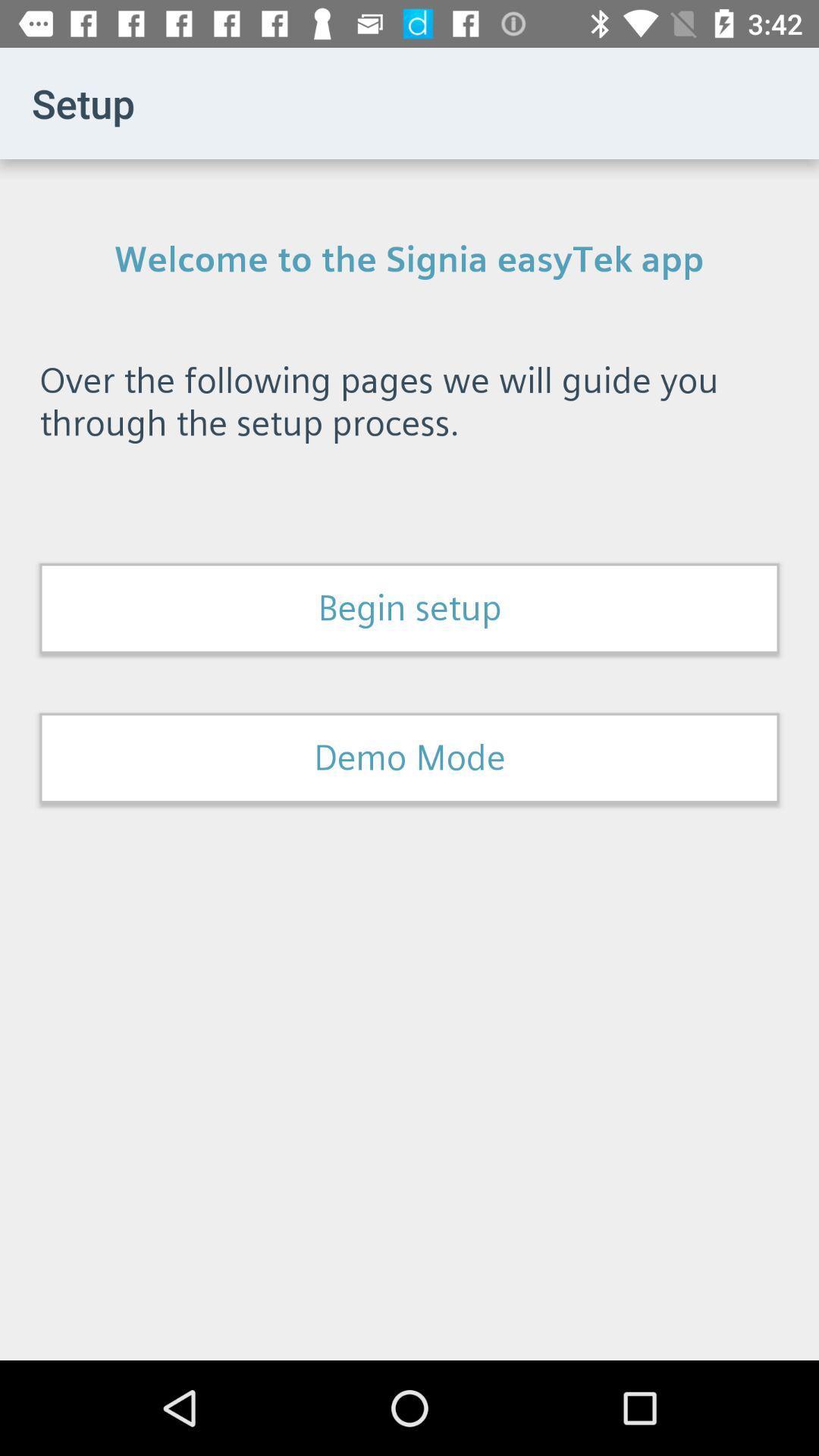  Describe the element at coordinates (409, 758) in the screenshot. I see `the demo mode` at that location.